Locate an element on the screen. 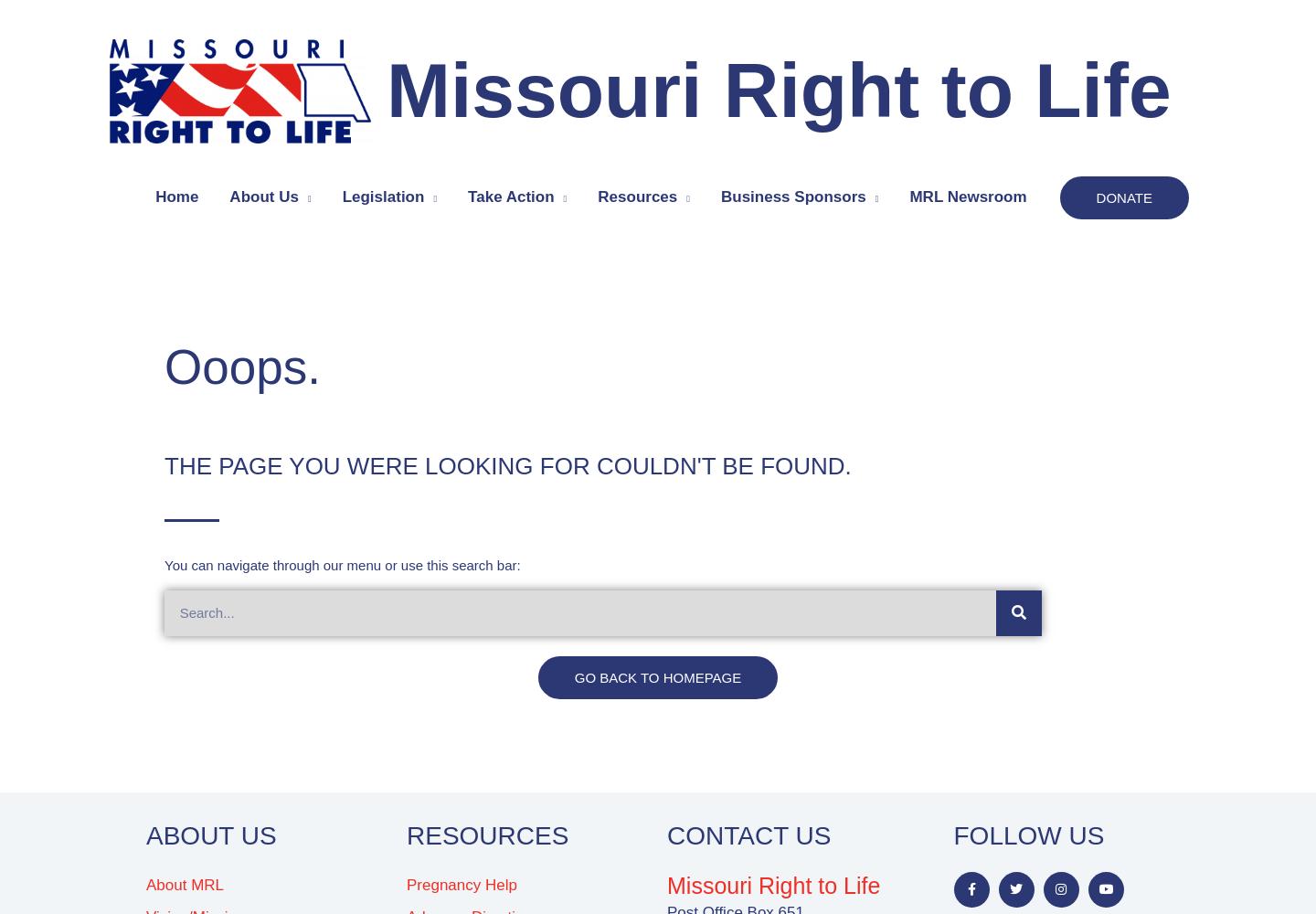 The image size is (1316, 914). 'Go Back to Homepage' is located at coordinates (572, 675).